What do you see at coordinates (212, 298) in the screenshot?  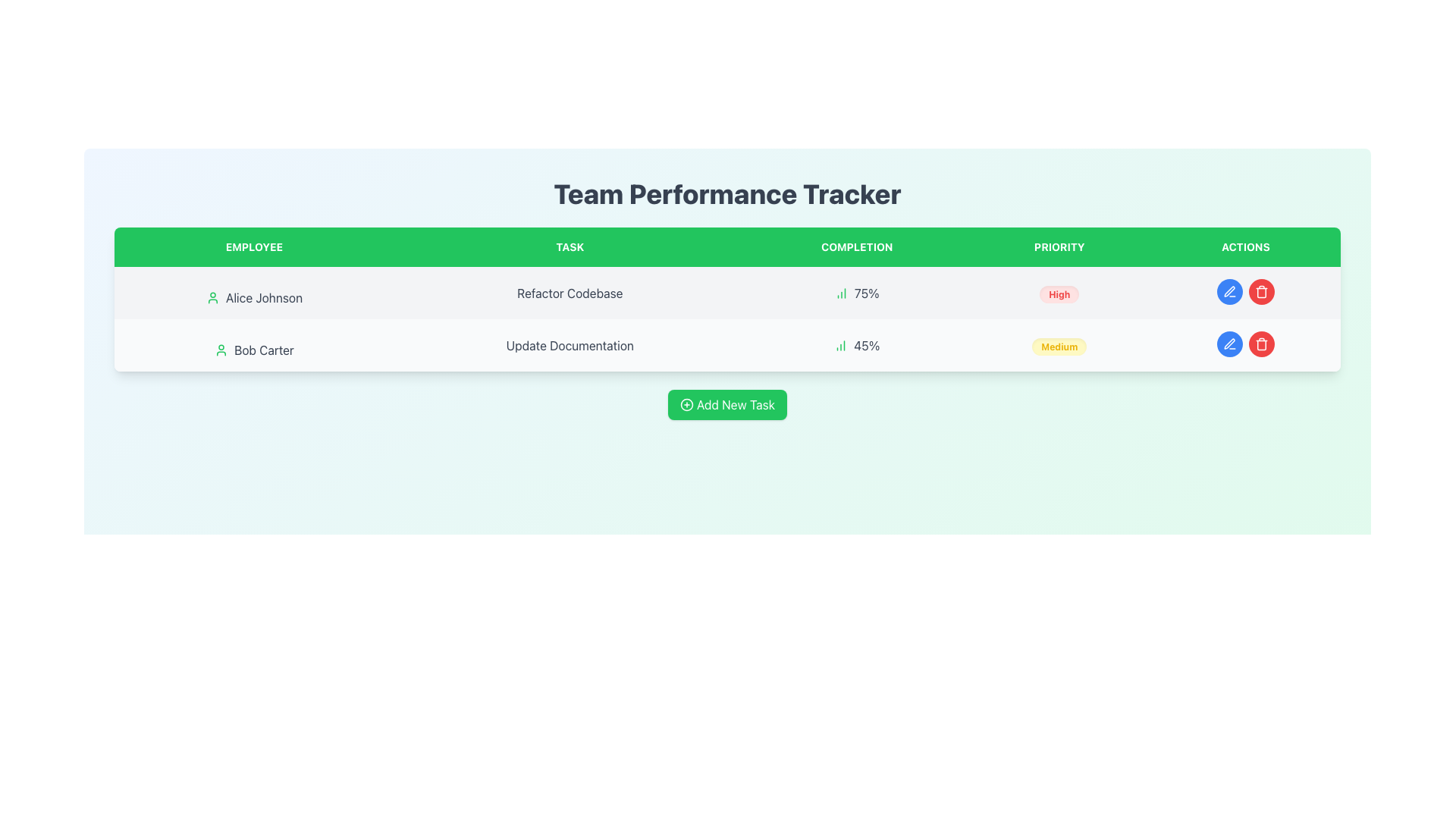 I see `the profile icon representing 'Alice Johnson', located in the first row of the 'Employee' column` at bounding box center [212, 298].